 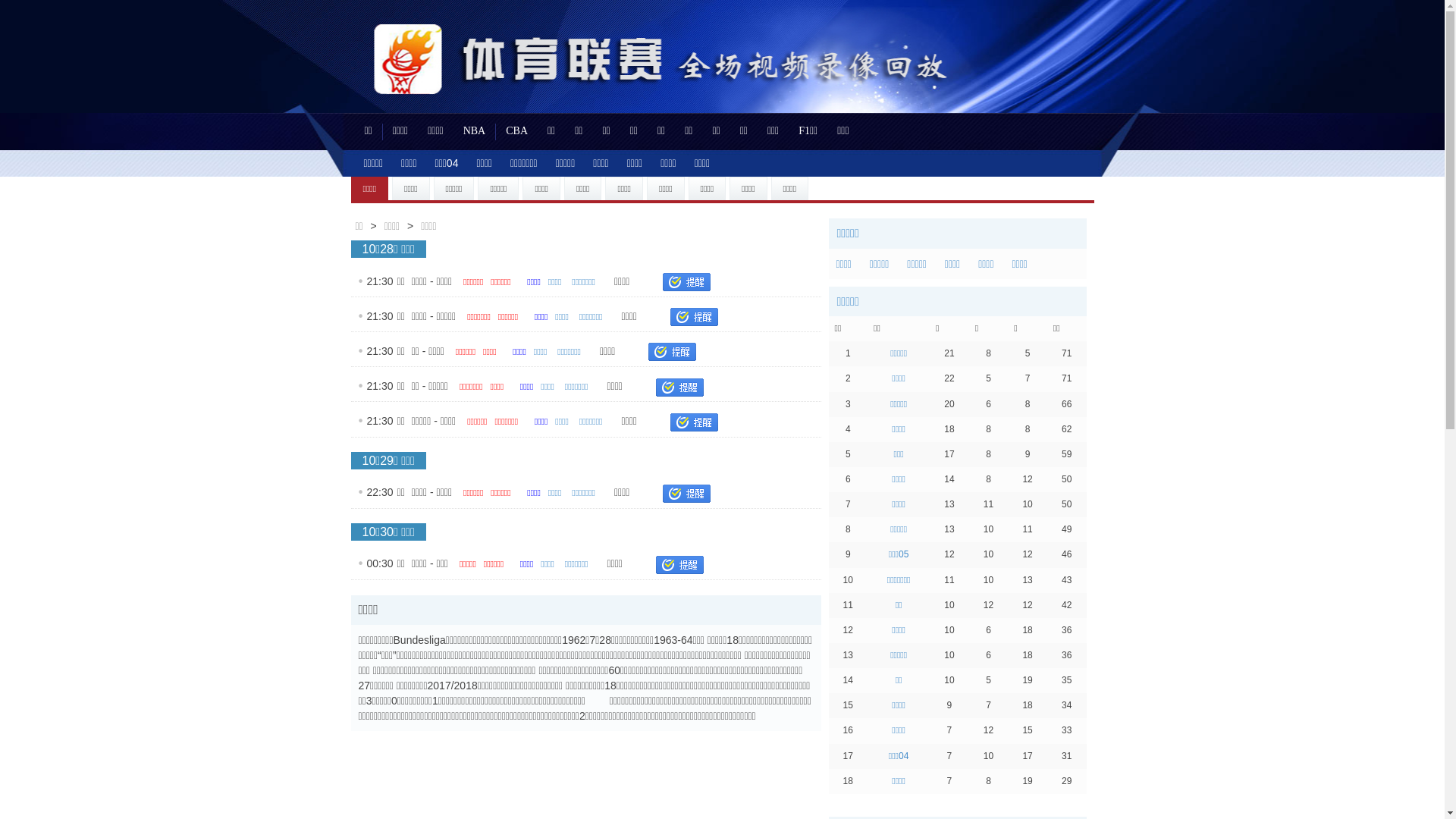 I want to click on 'CBA', so click(x=516, y=130).